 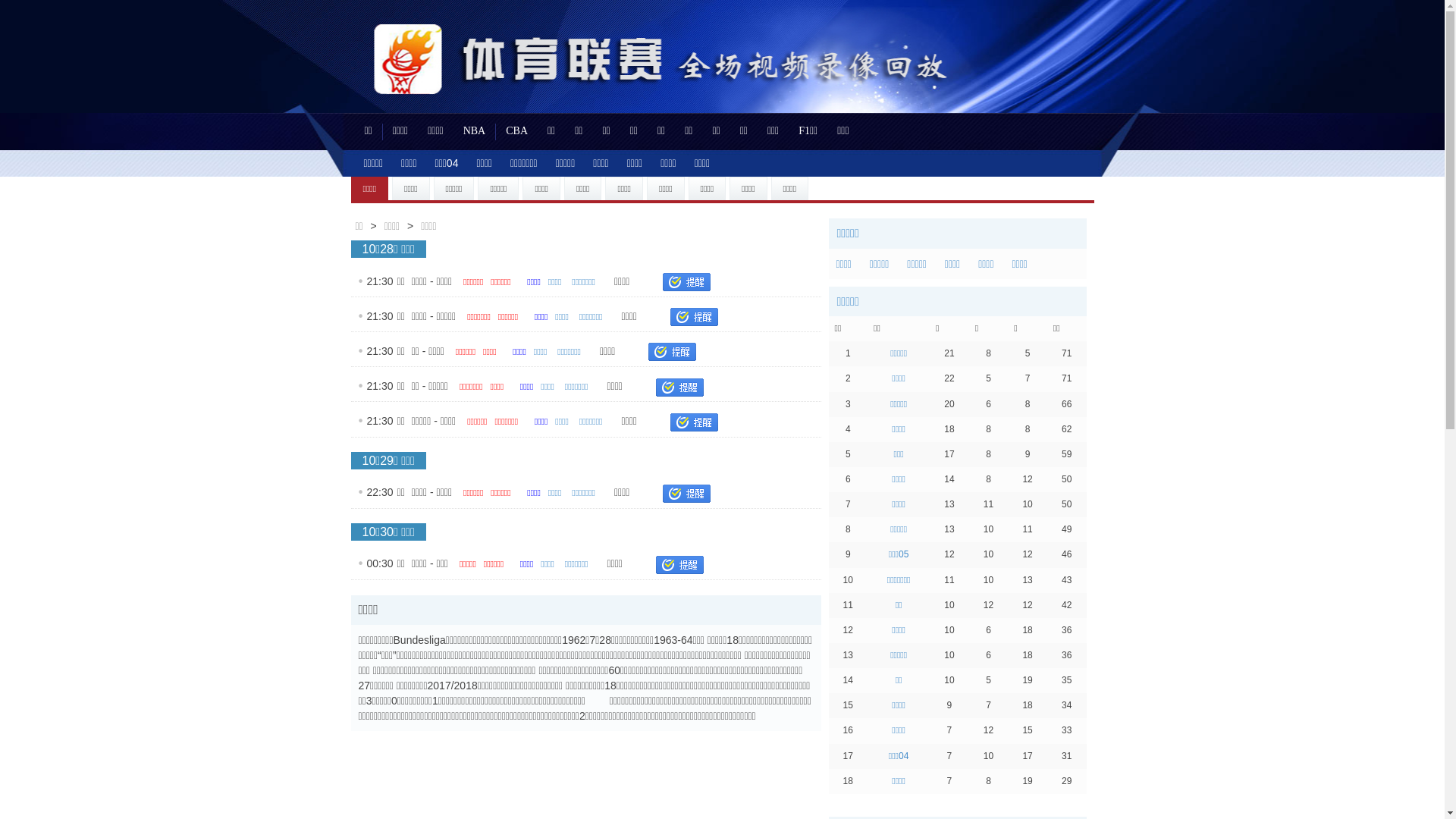 I want to click on 'CBA', so click(x=516, y=130).